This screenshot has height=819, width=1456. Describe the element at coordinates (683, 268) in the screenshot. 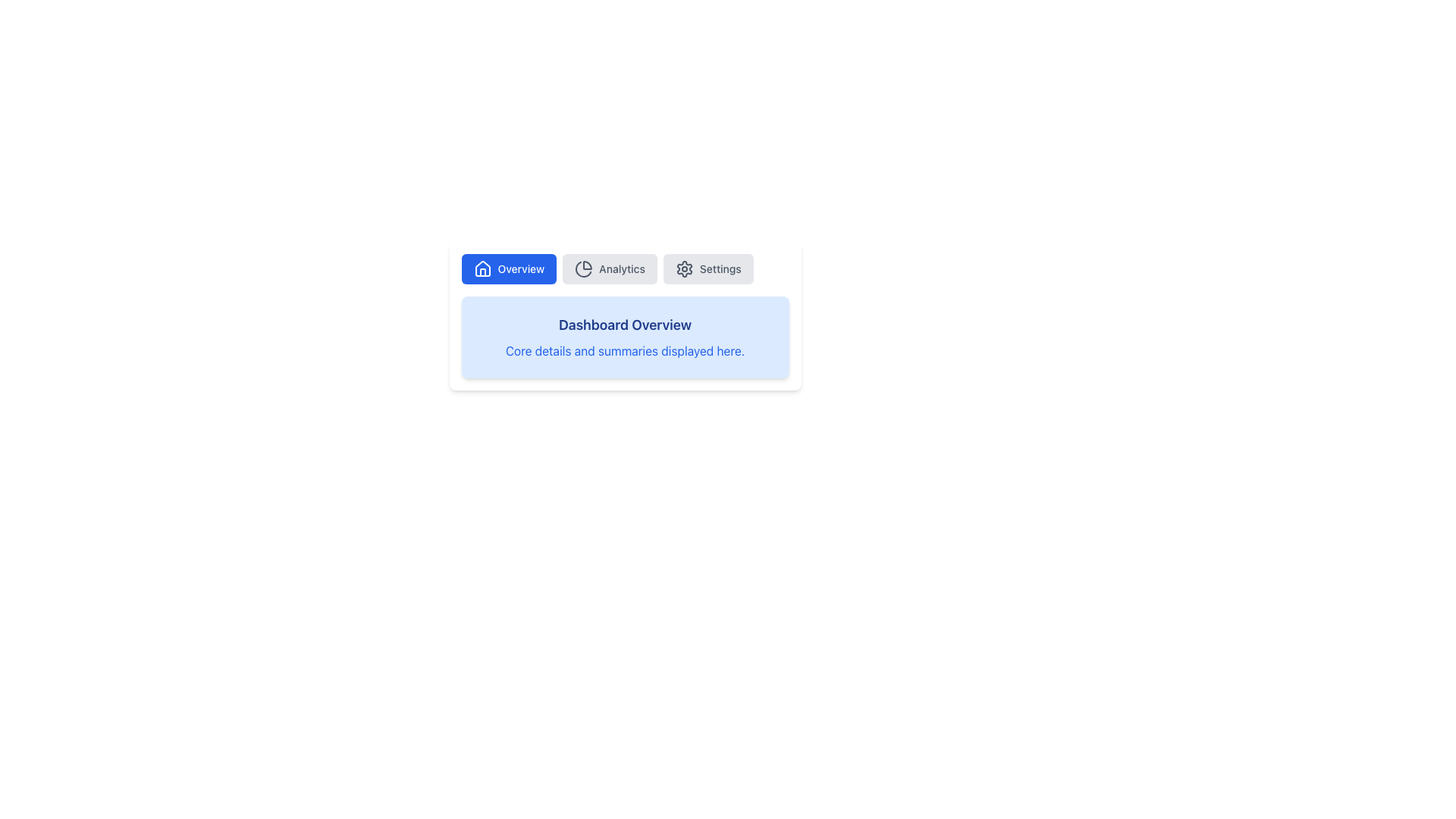

I see `the gear-shaped icon within the 'Settings' button` at that location.